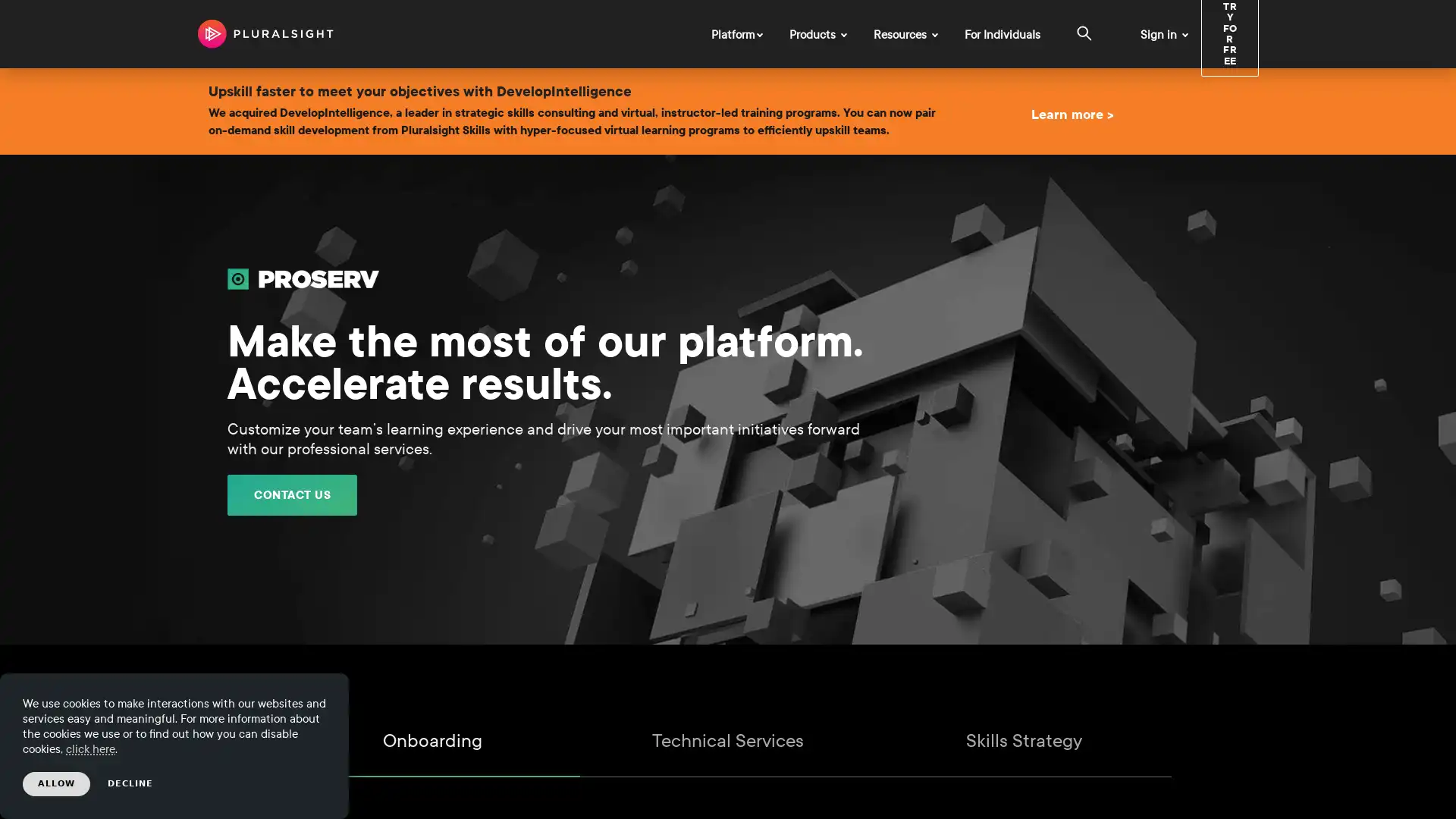 This screenshot has width=1456, height=819. What do you see at coordinates (56, 783) in the screenshot?
I see `ALLOW` at bounding box center [56, 783].